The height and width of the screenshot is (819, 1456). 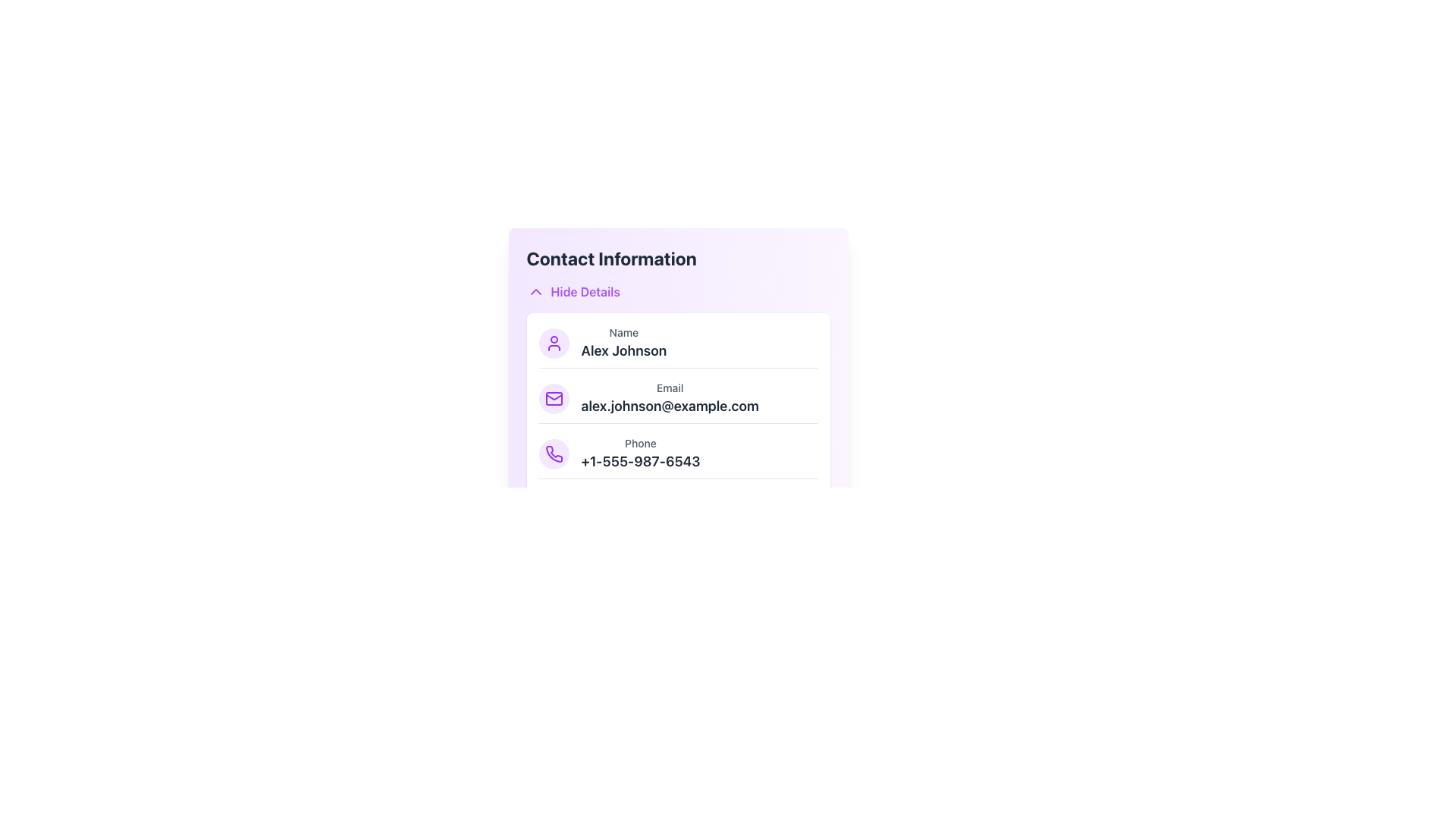 What do you see at coordinates (553, 343) in the screenshot?
I see `the user icon representing Alex Johnson, located to the left of the 'Name' label` at bounding box center [553, 343].